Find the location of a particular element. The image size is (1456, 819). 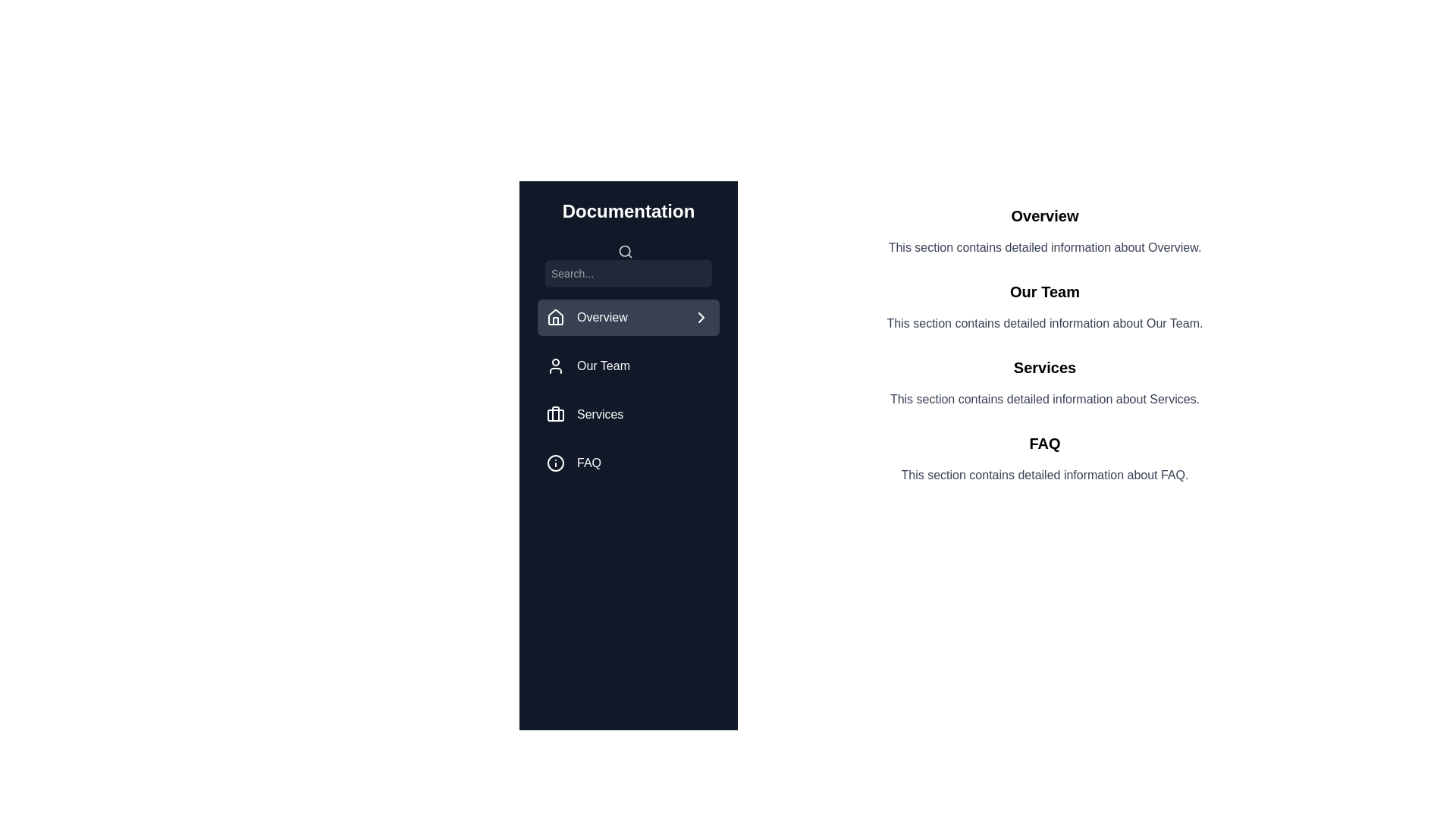

the Vector-based Icon (Arrow/Chevron) adjacent to the 'Overview' menu item, indicating its expandable or clickable action is located at coordinates (701, 317).